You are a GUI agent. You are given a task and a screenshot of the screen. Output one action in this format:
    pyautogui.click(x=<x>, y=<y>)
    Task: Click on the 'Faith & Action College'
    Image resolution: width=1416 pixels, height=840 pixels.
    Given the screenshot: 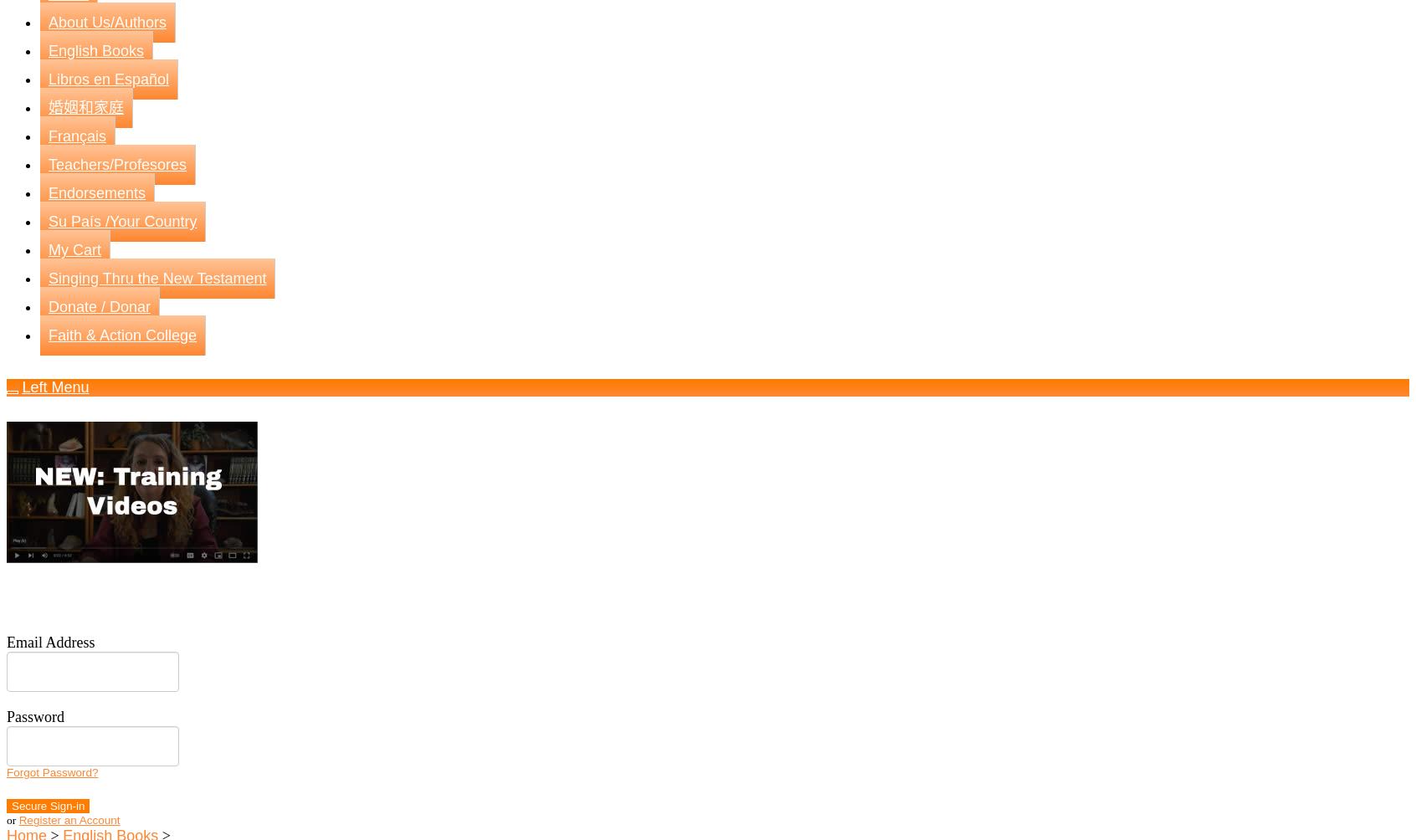 What is the action you would take?
    pyautogui.click(x=121, y=334)
    